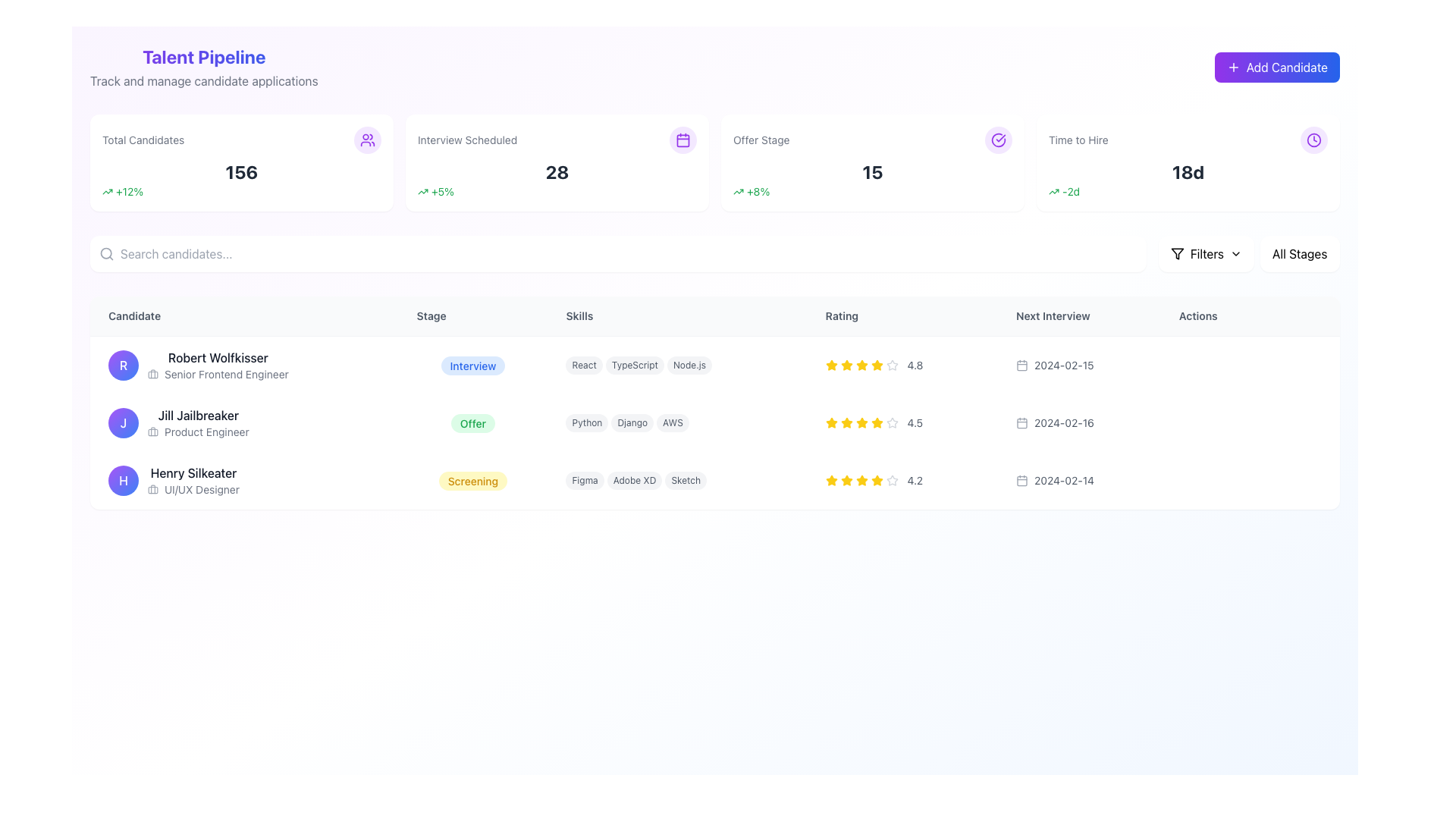 Image resolution: width=1456 pixels, height=819 pixels. What do you see at coordinates (1078, 423) in the screenshot?
I see `date displayed in the Text Label with an Icon (Date Display Component) for the candidate named 'Jill Jailbreaker', which shows '2024-02-16'` at bounding box center [1078, 423].